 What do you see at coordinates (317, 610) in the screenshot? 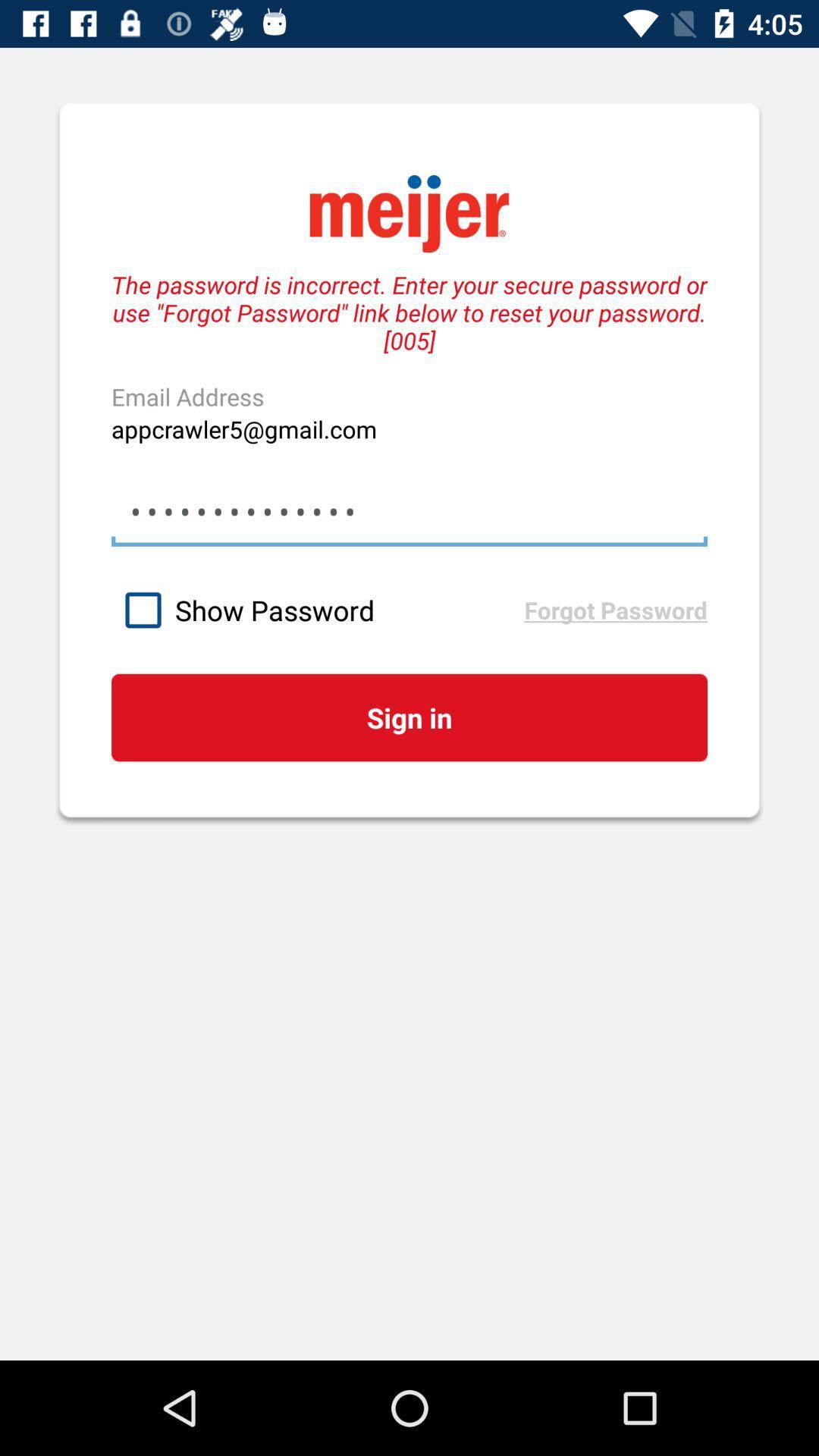
I see `the icon above the sign in item` at bounding box center [317, 610].